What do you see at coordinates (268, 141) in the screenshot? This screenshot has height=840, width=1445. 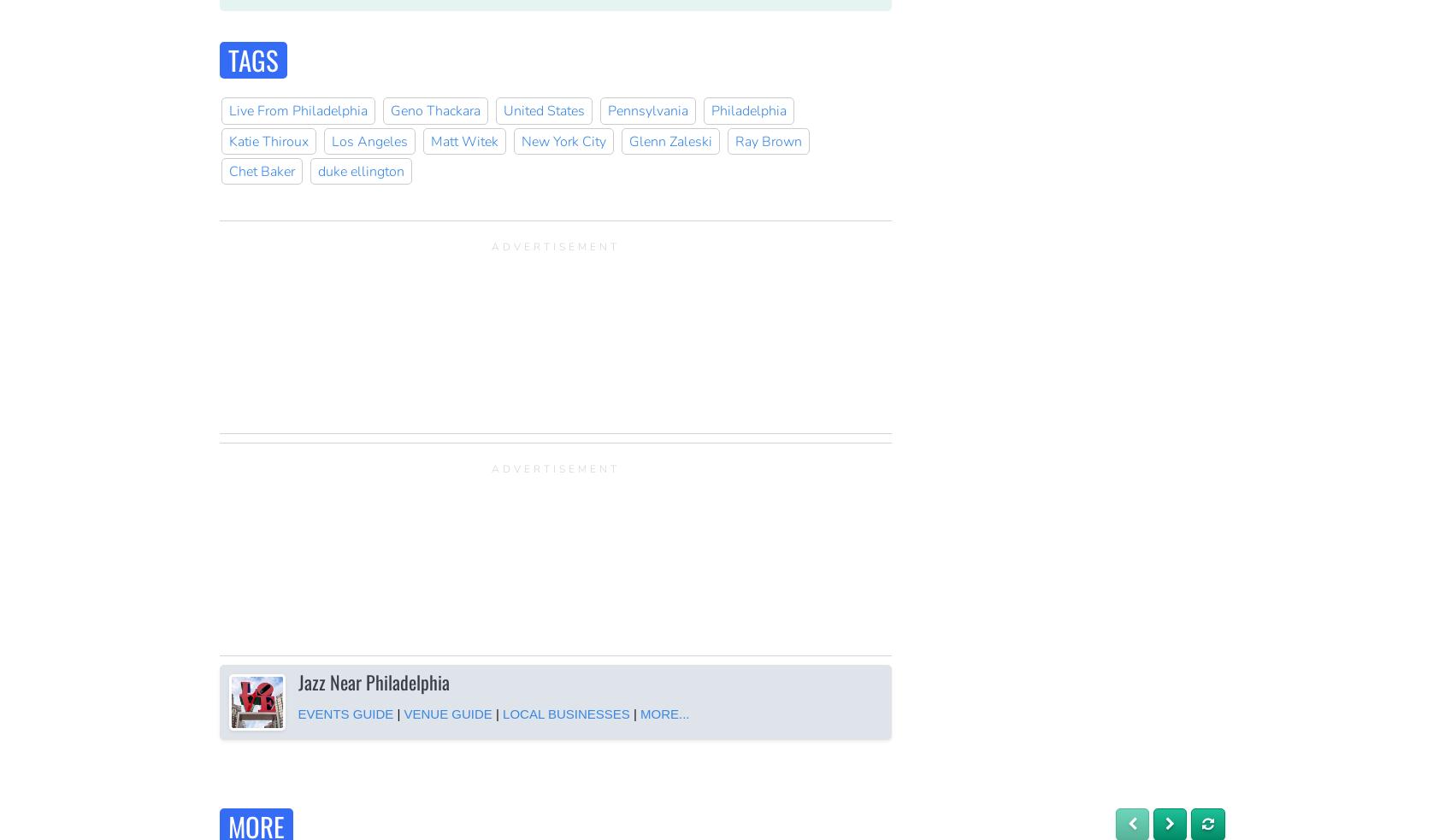 I see `'Katie Thiroux'` at bounding box center [268, 141].